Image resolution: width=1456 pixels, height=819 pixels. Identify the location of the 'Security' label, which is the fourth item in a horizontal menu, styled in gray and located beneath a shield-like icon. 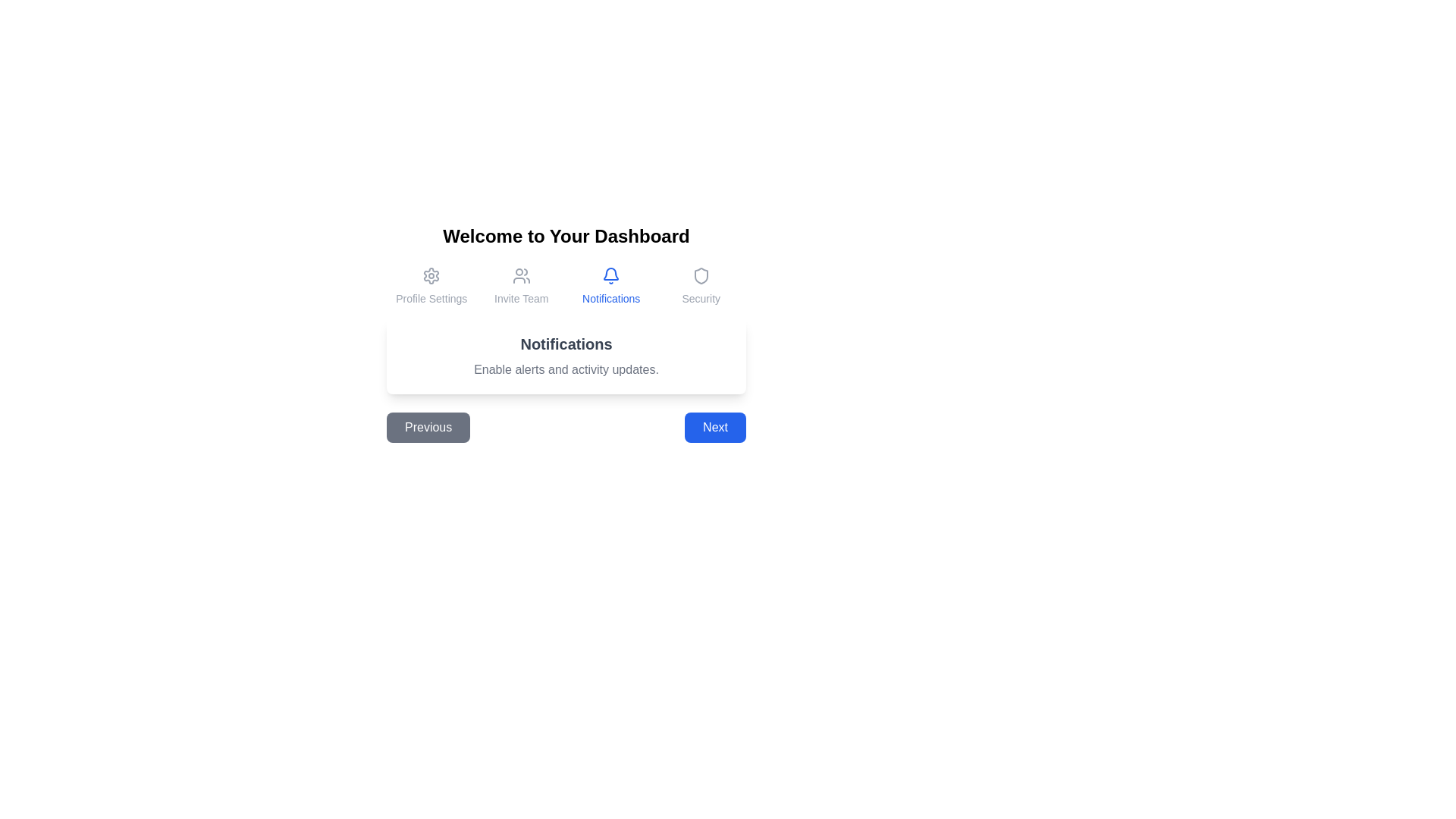
(700, 298).